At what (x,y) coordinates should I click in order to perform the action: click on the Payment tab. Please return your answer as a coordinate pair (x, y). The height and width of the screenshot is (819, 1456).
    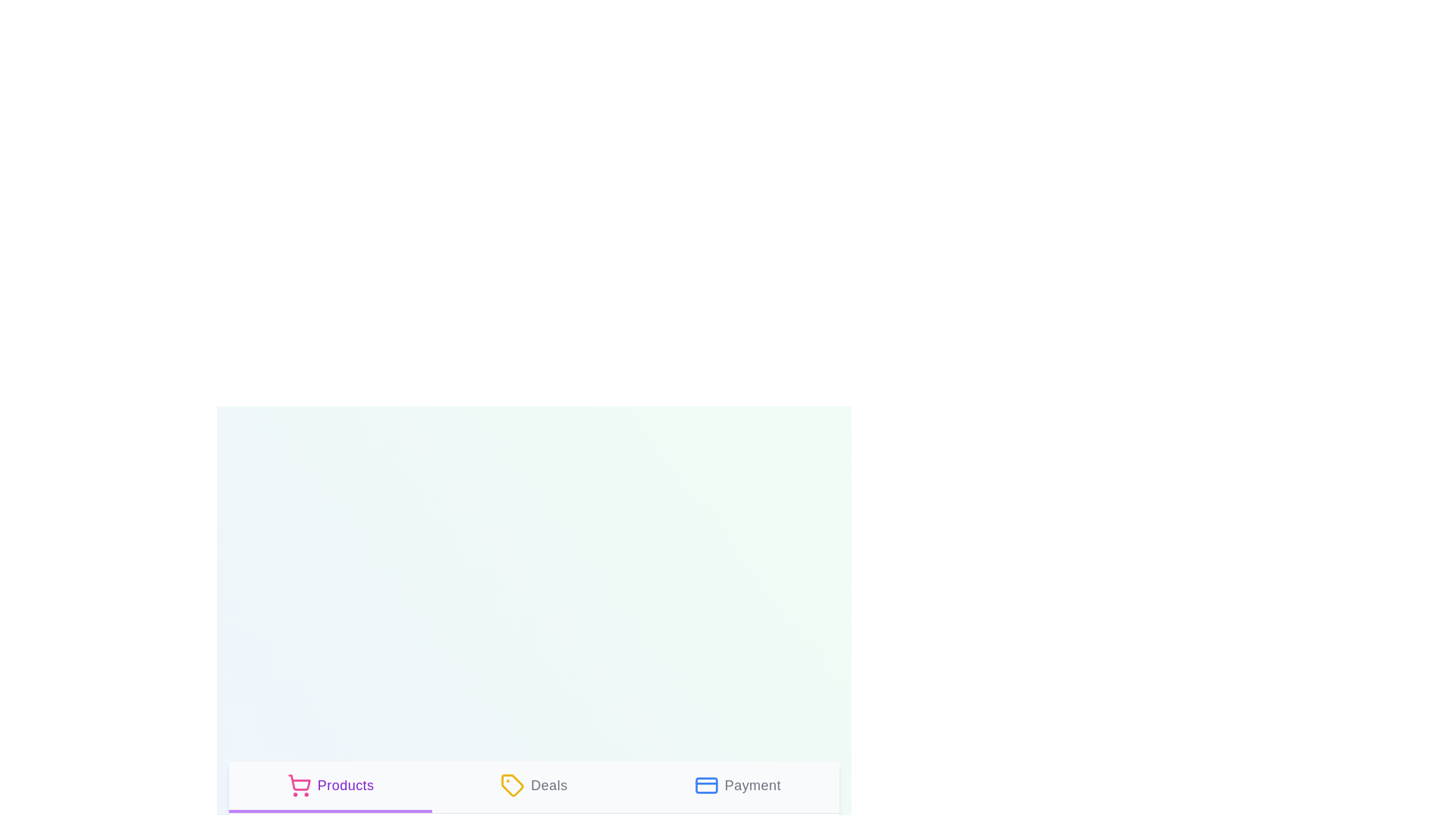
    Looking at the image, I should click on (737, 786).